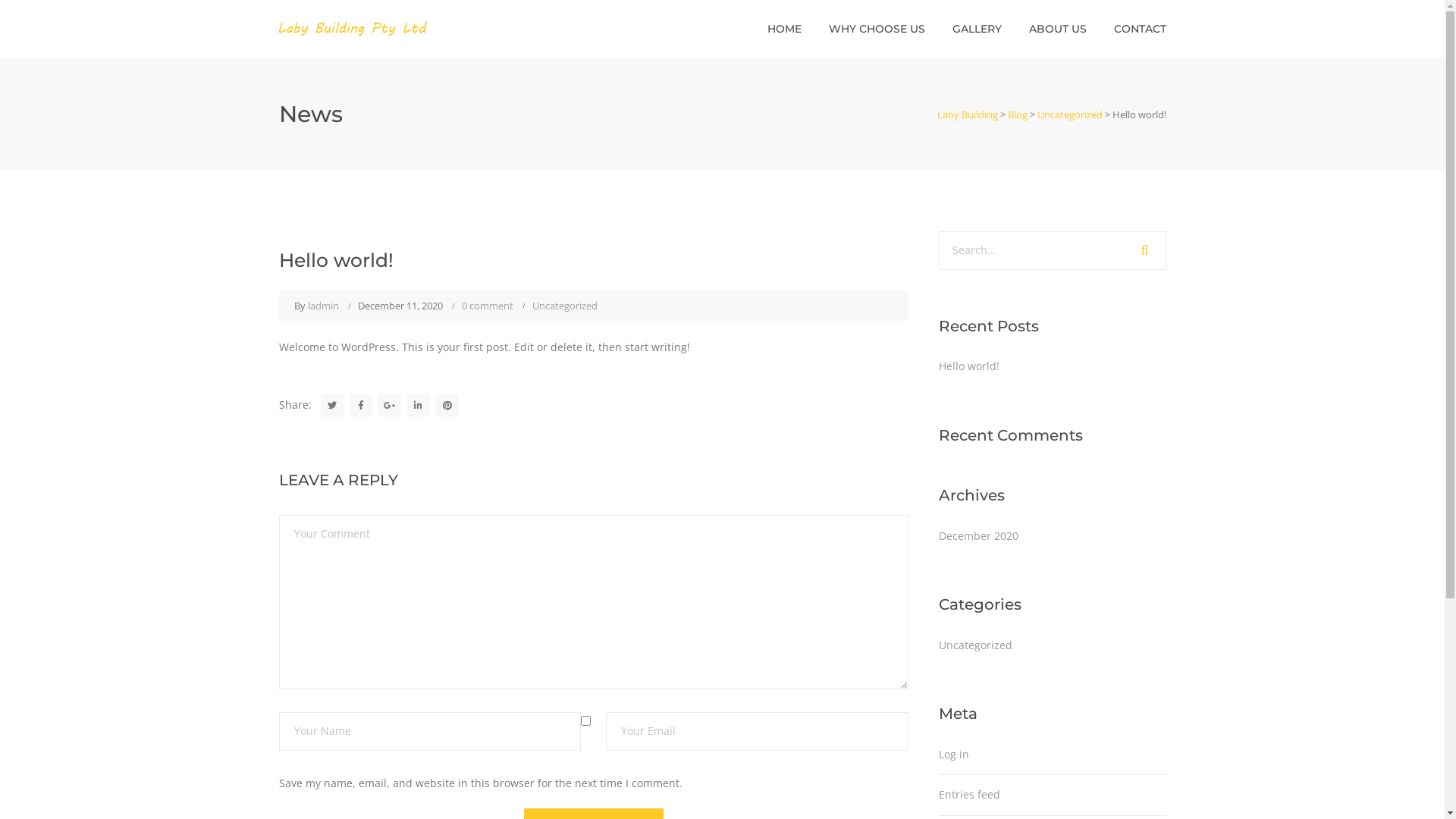 This screenshot has width=1456, height=819. Describe the element at coordinates (1139, 29) in the screenshot. I see `'CONTACT'` at that location.